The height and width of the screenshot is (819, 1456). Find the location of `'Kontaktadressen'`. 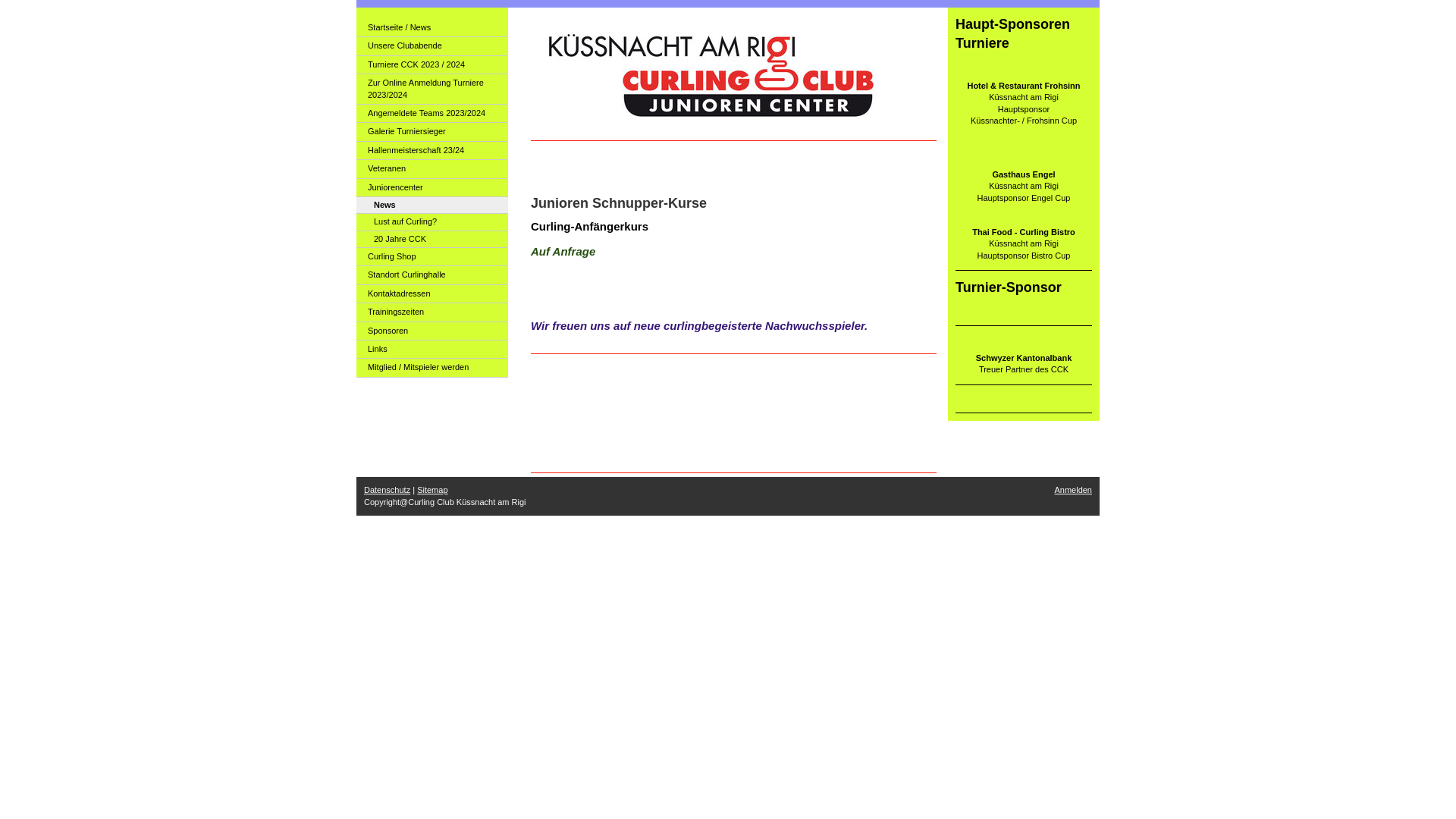

'Kontaktadressen' is located at coordinates (431, 294).